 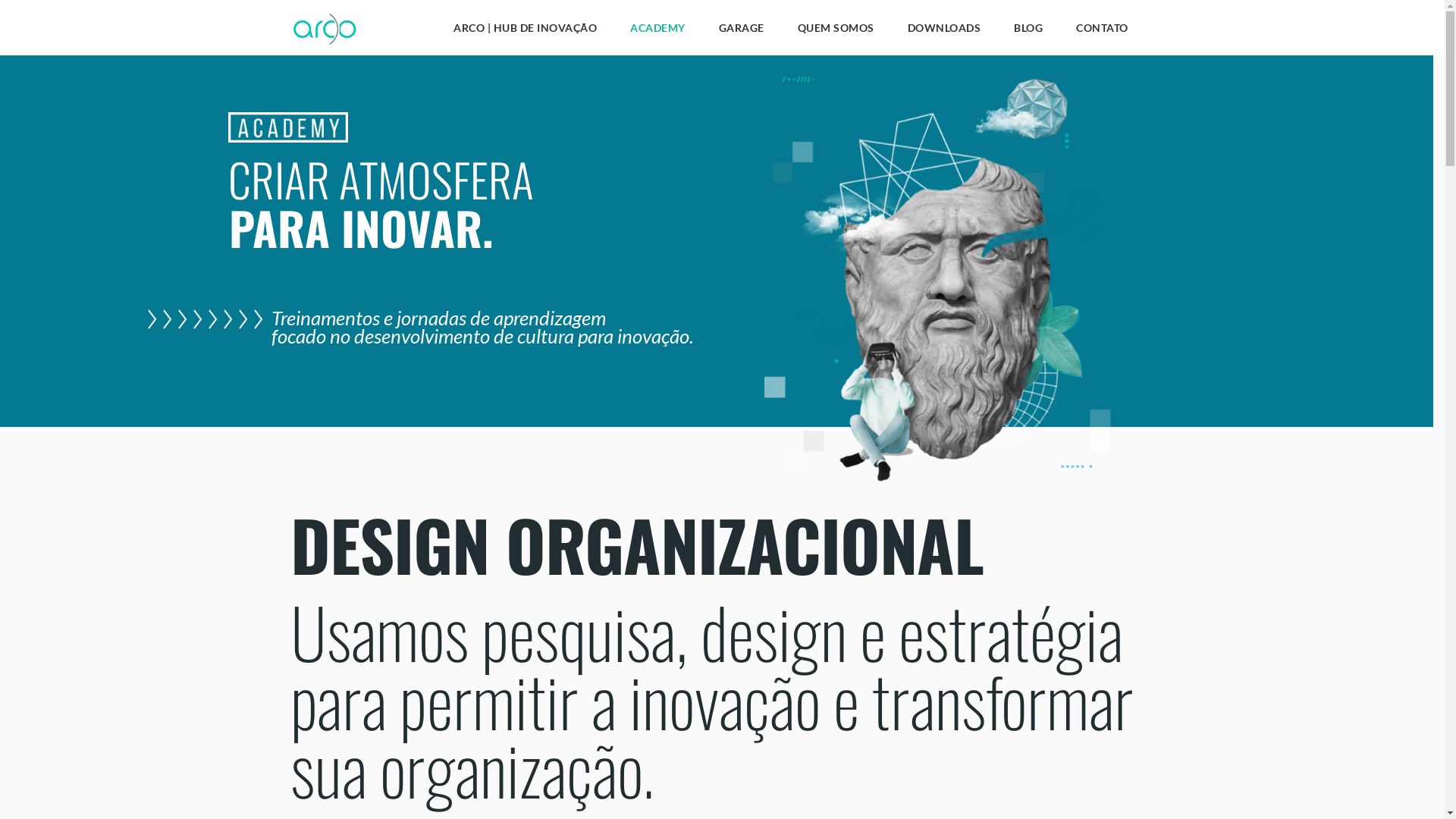 I want to click on 'BLOG', so click(x=1028, y=31).